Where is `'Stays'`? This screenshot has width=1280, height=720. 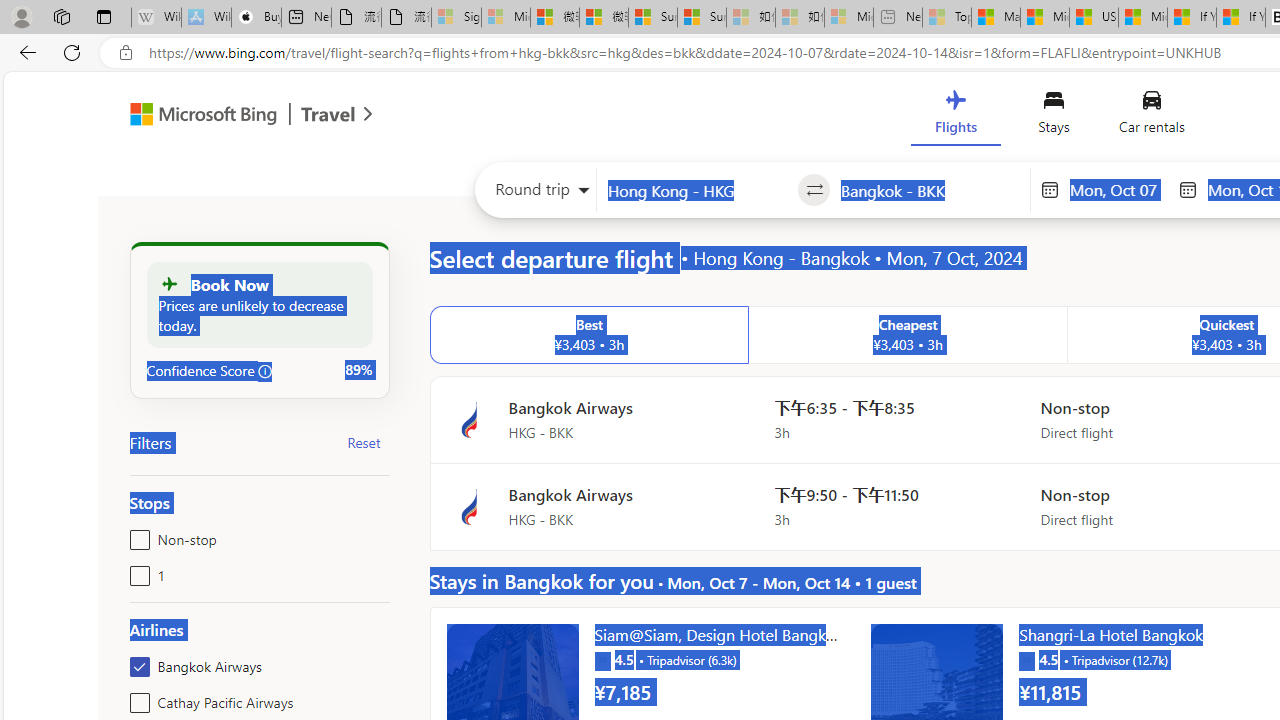
'Stays' is located at coordinates (1053, 117).